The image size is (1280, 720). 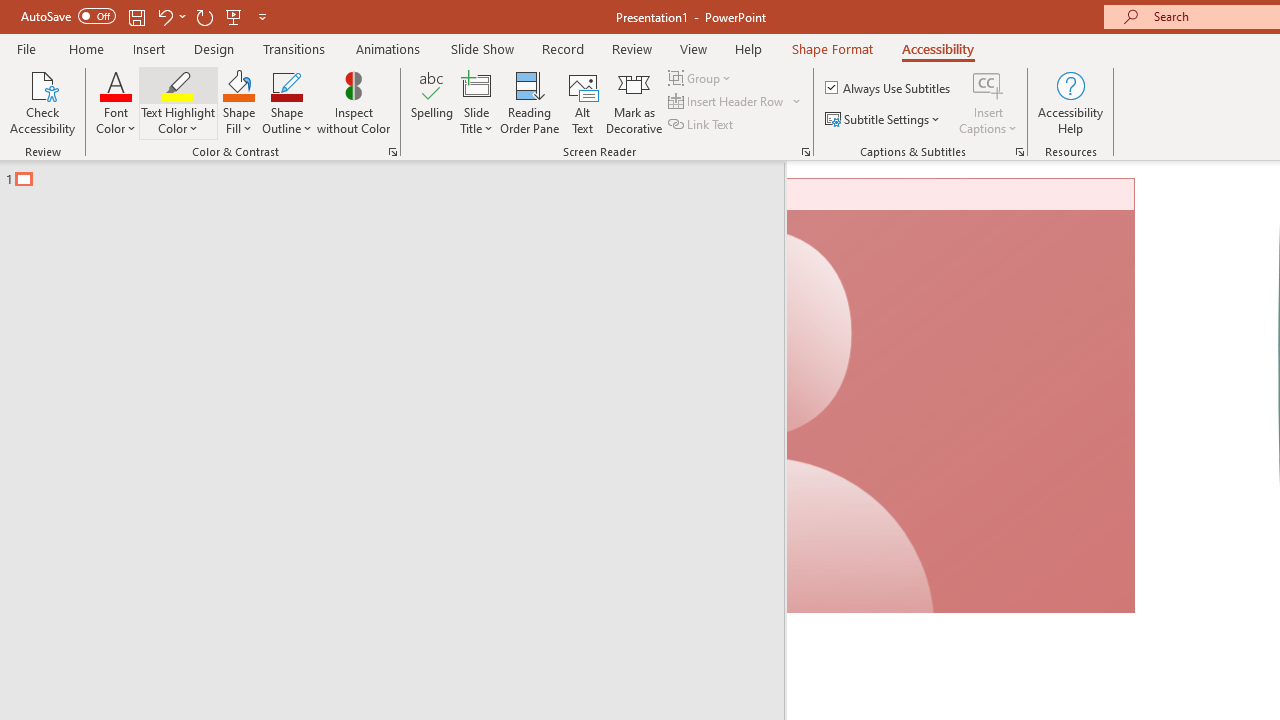 What do you see at coordinates (702, 124) in the screenshot?
I see `'Link Text'` at bounding box center [702, 124].